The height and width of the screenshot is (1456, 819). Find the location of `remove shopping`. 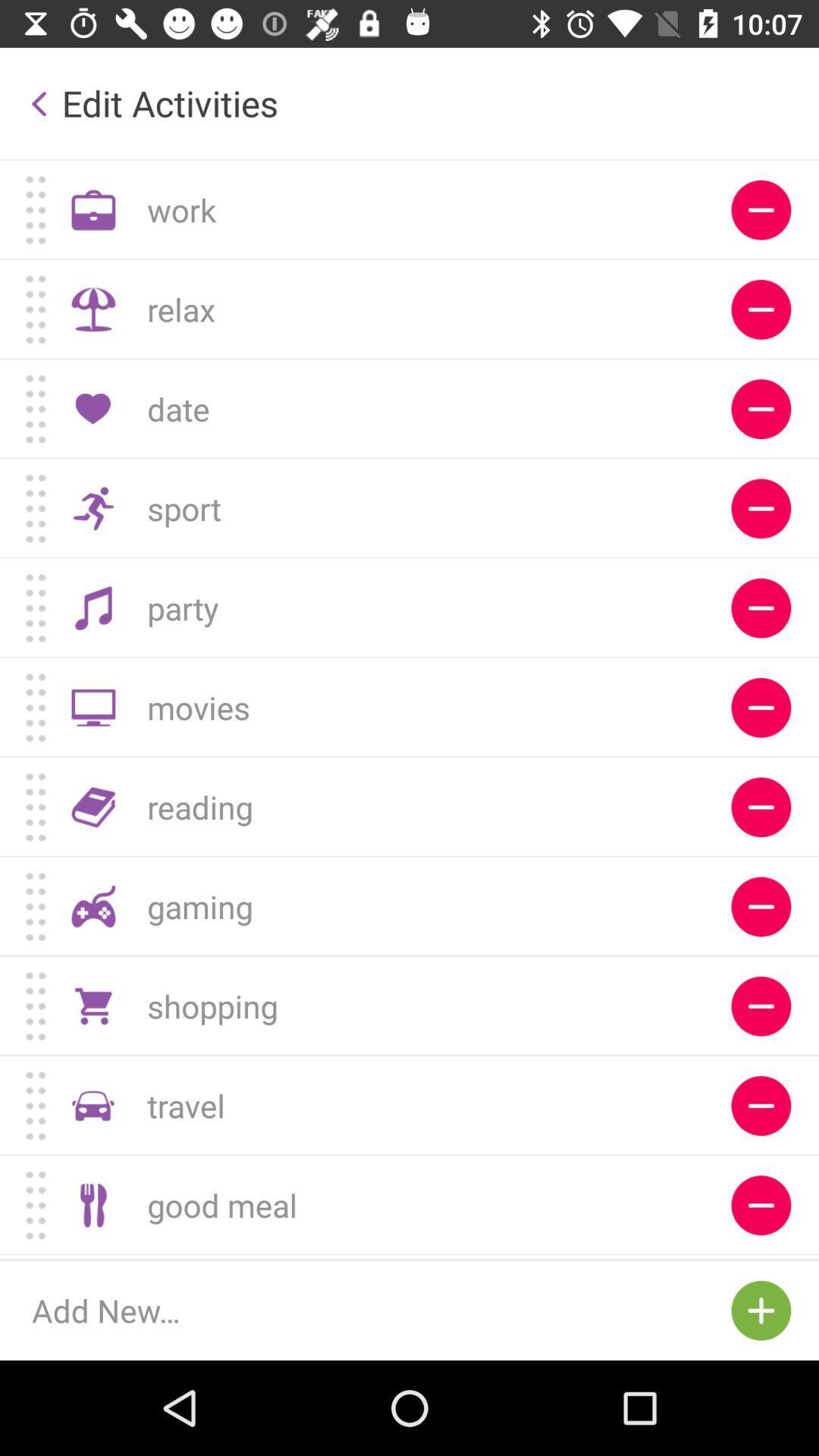

remove shopping is located at coordinates (761, 1006).